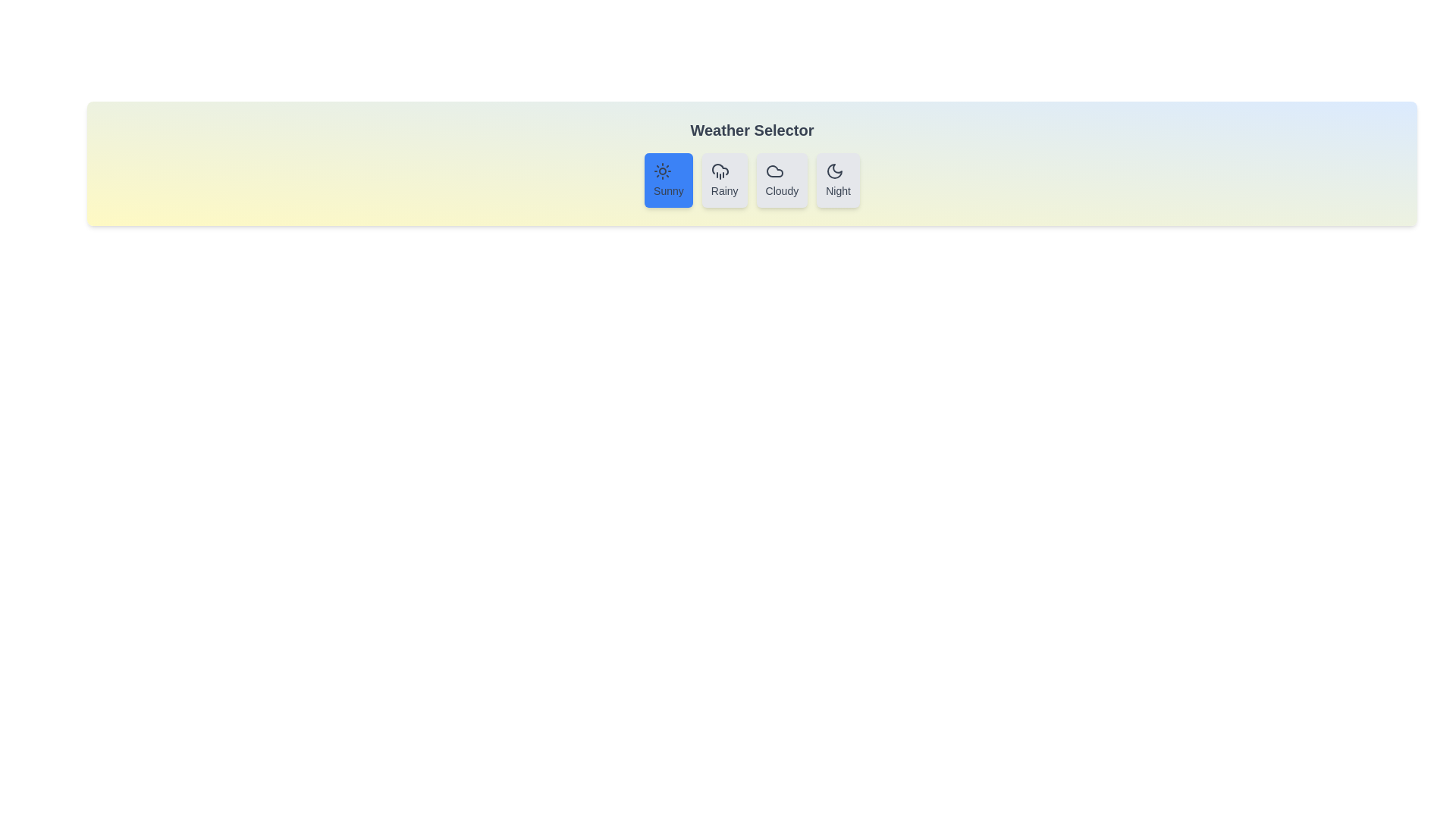 Image resolution: width=1456 pixels, height=819 pixels. Describe the element at coordinates (837, 180) in the screenshot. I see `the button corresponding to the weather option Night` at that location.